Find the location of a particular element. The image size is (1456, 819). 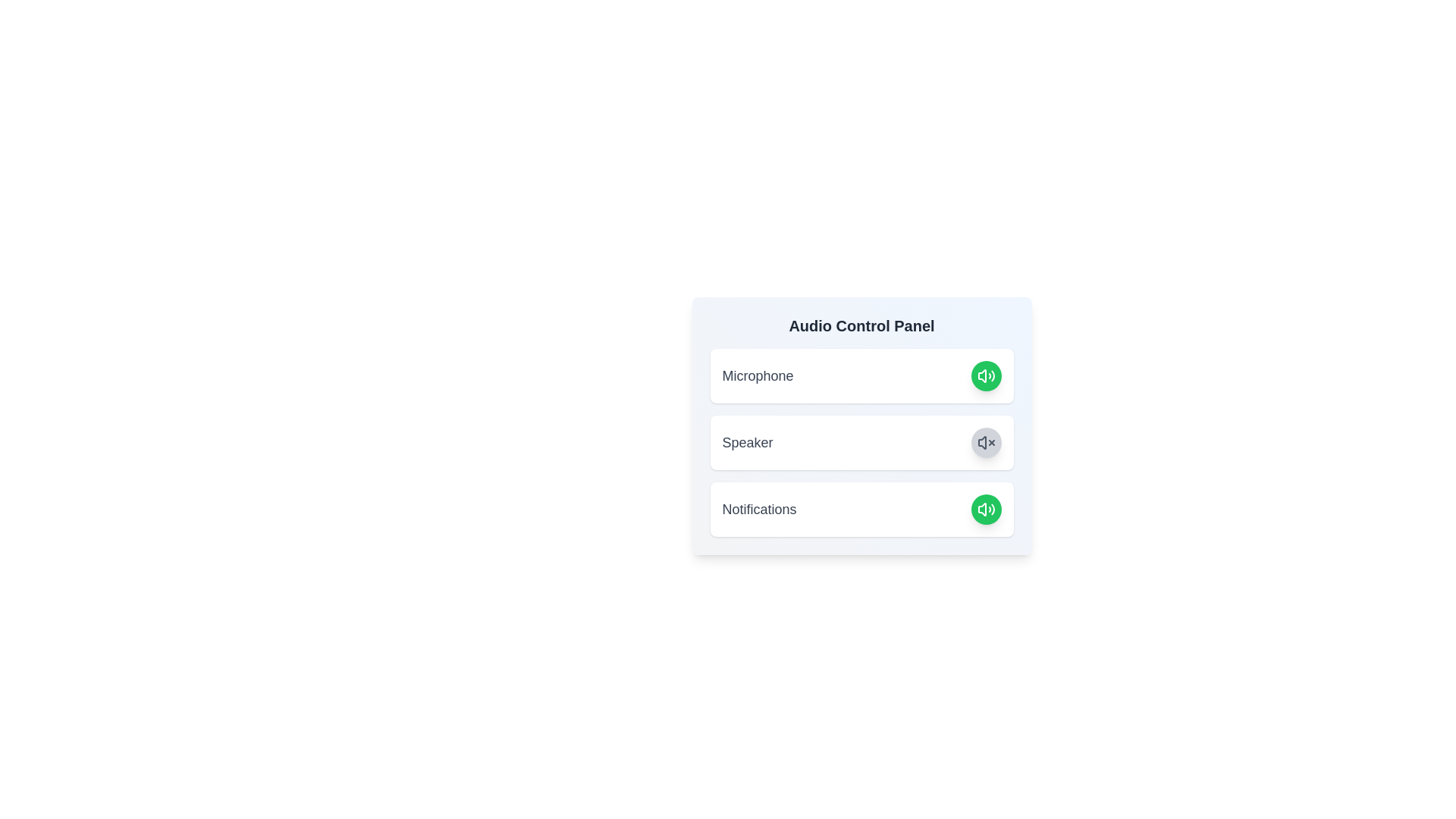

the 'Notifications' text element, which is styled with a medium font weight and gray color, located in the bottom left corner of the card layout is located at coordinates (759, 509).